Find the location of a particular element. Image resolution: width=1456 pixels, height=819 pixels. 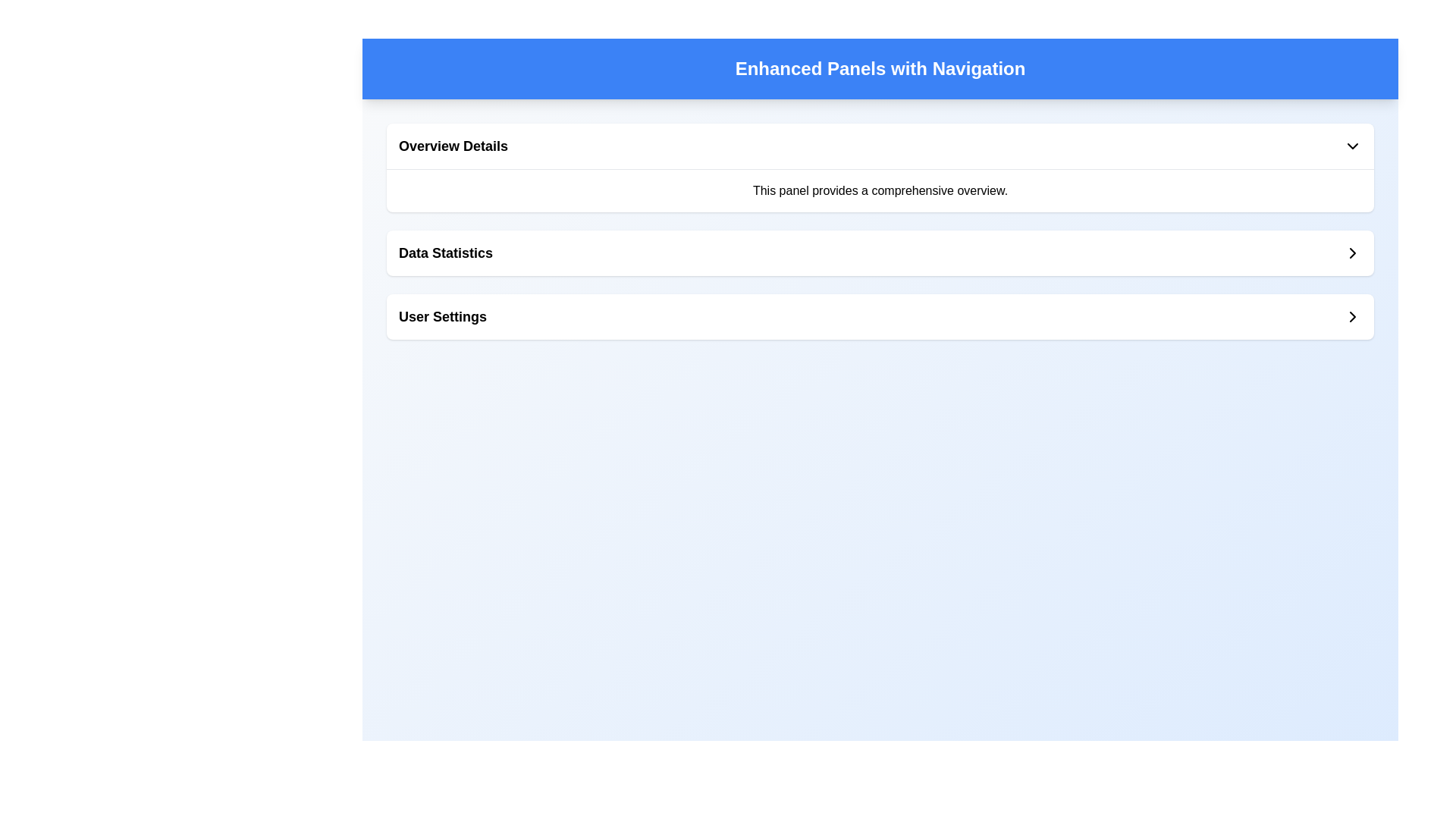

the third panel in the vertical stack is located at coordinates (880, 315).